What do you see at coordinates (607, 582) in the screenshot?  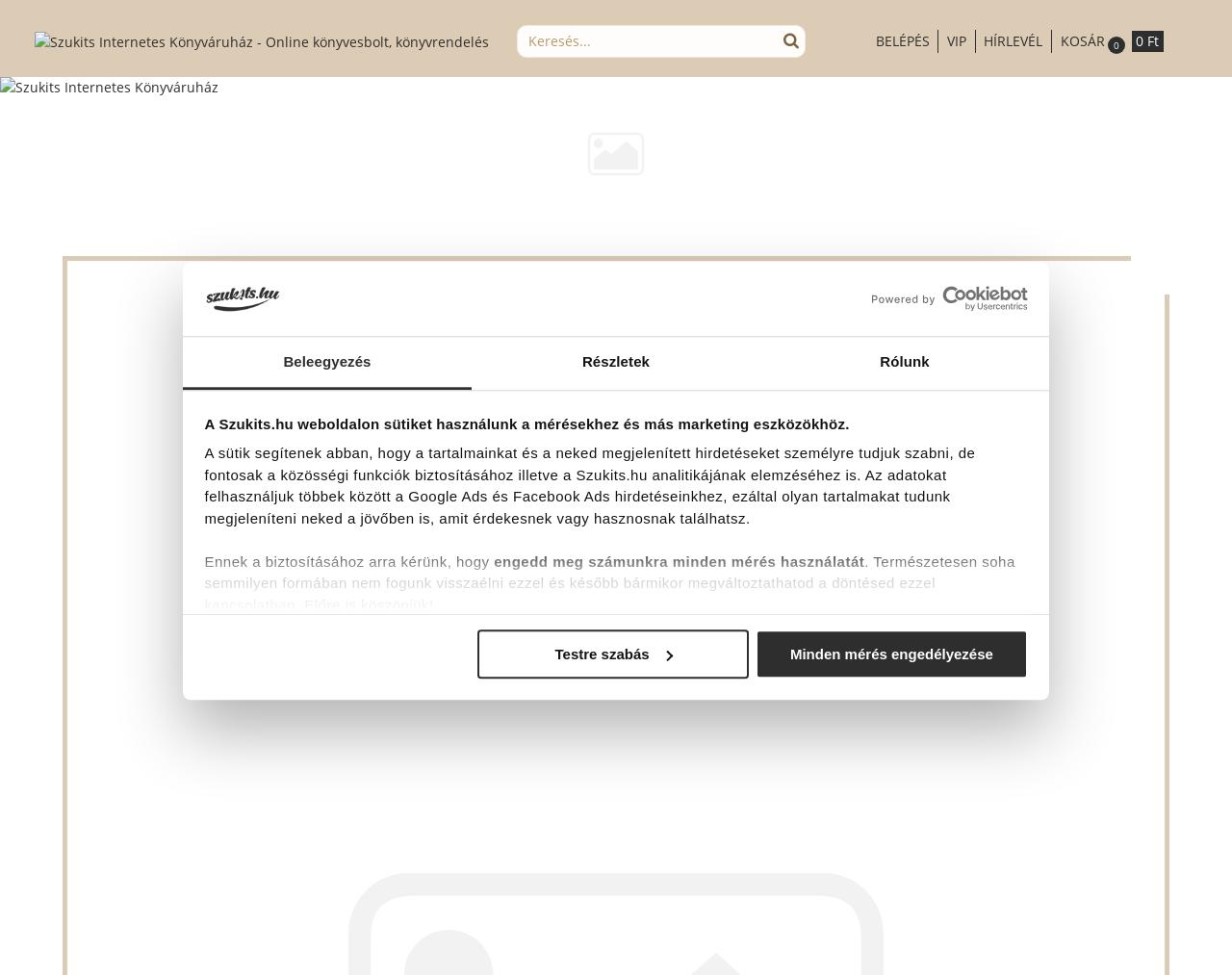 I see `'. Természetesen soha semmilyen formában nem fogunk visszaélni ezzel és később bármikor megváltoztathatod a döntésed ezzel kapcsolatban. Előre is köszönjük!'` at bounding box center [607, 582].